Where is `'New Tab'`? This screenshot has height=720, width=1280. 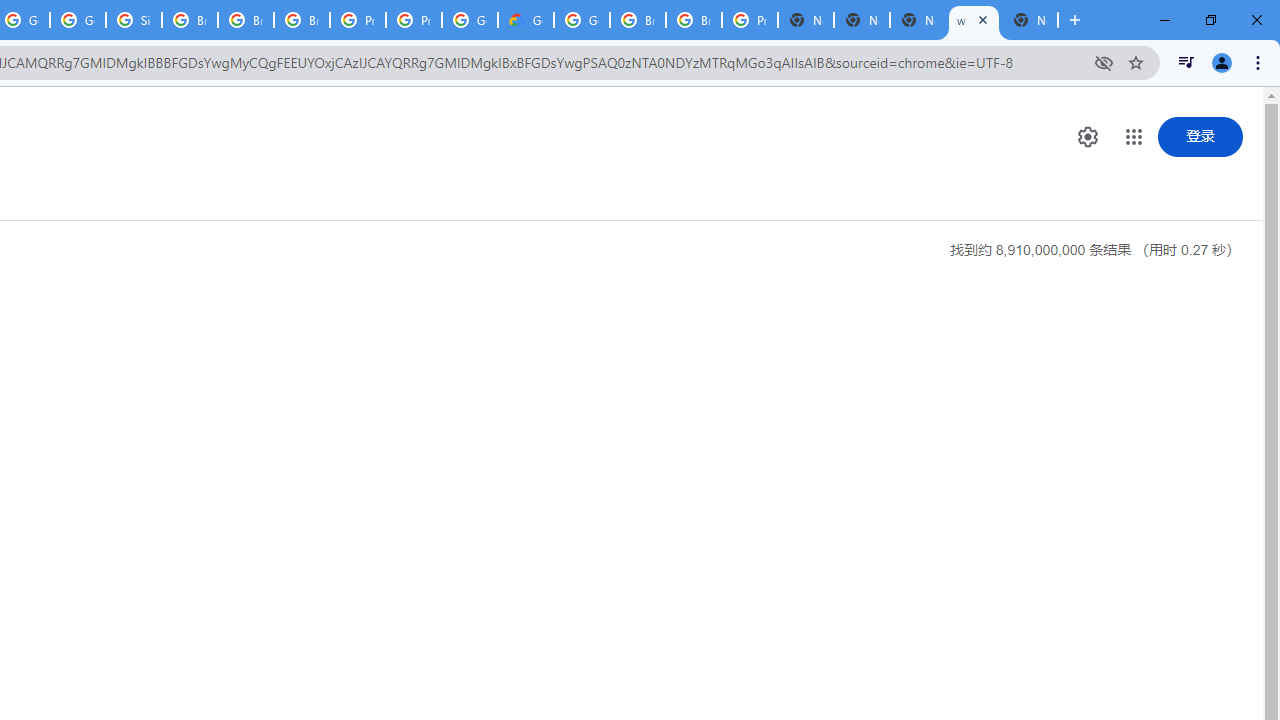 'New Tab' is located at coordinates (1030, 20).